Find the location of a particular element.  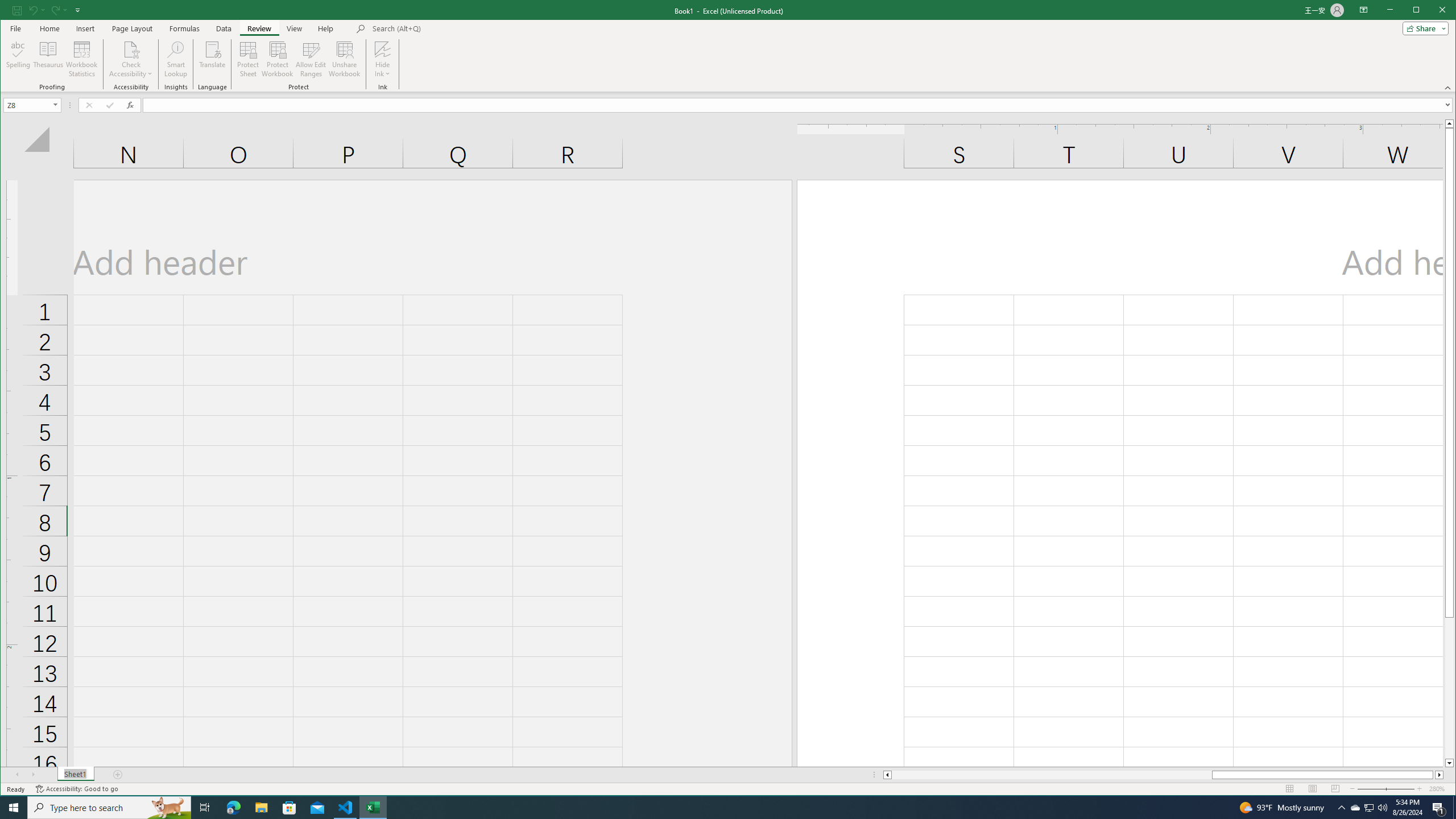

'Open' is located at coordinates (55, 105).